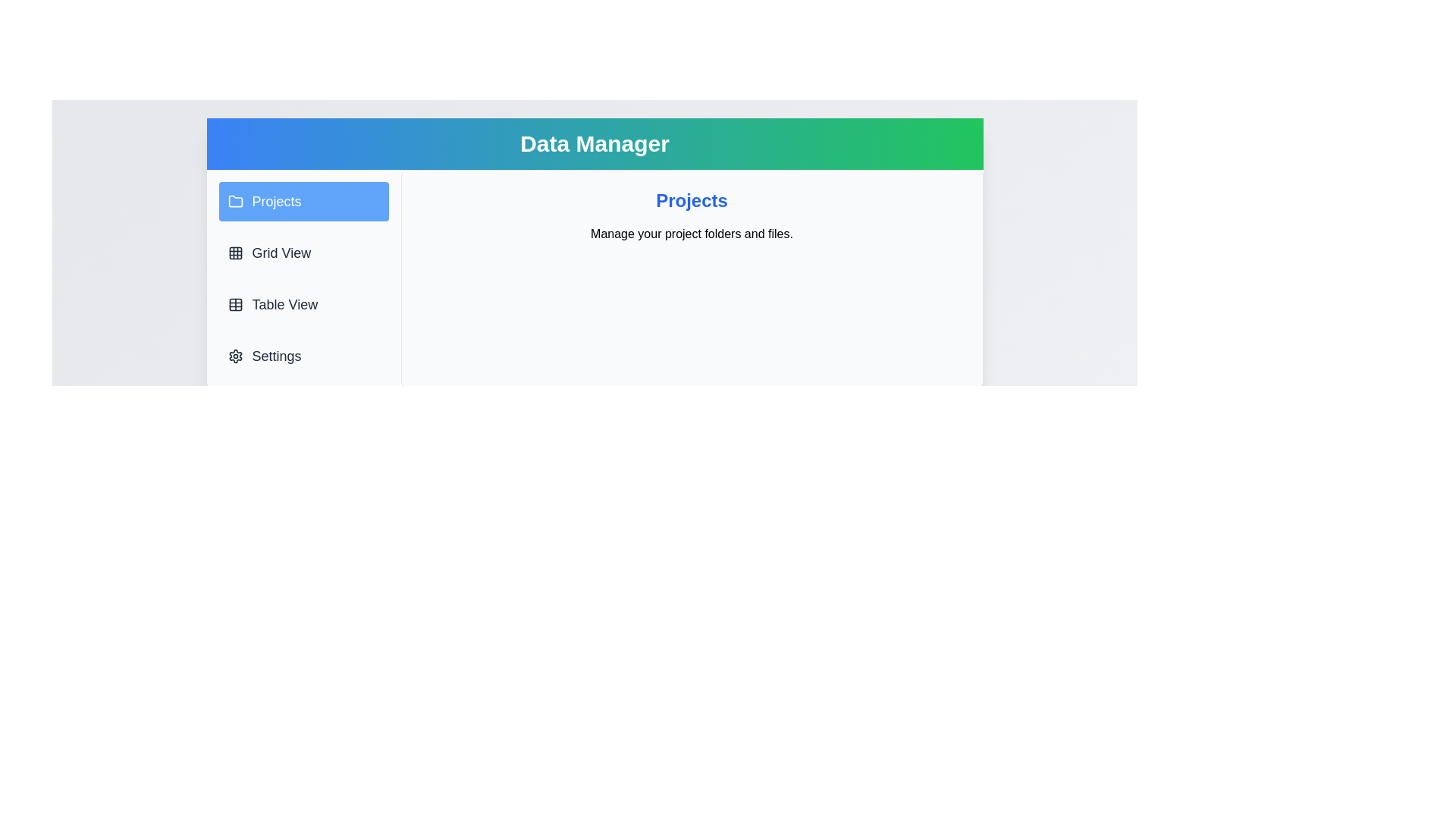 The height and width of the screenshot is (819, 1456). I want to click on the tab labeled Grid View, so click(303, 253).